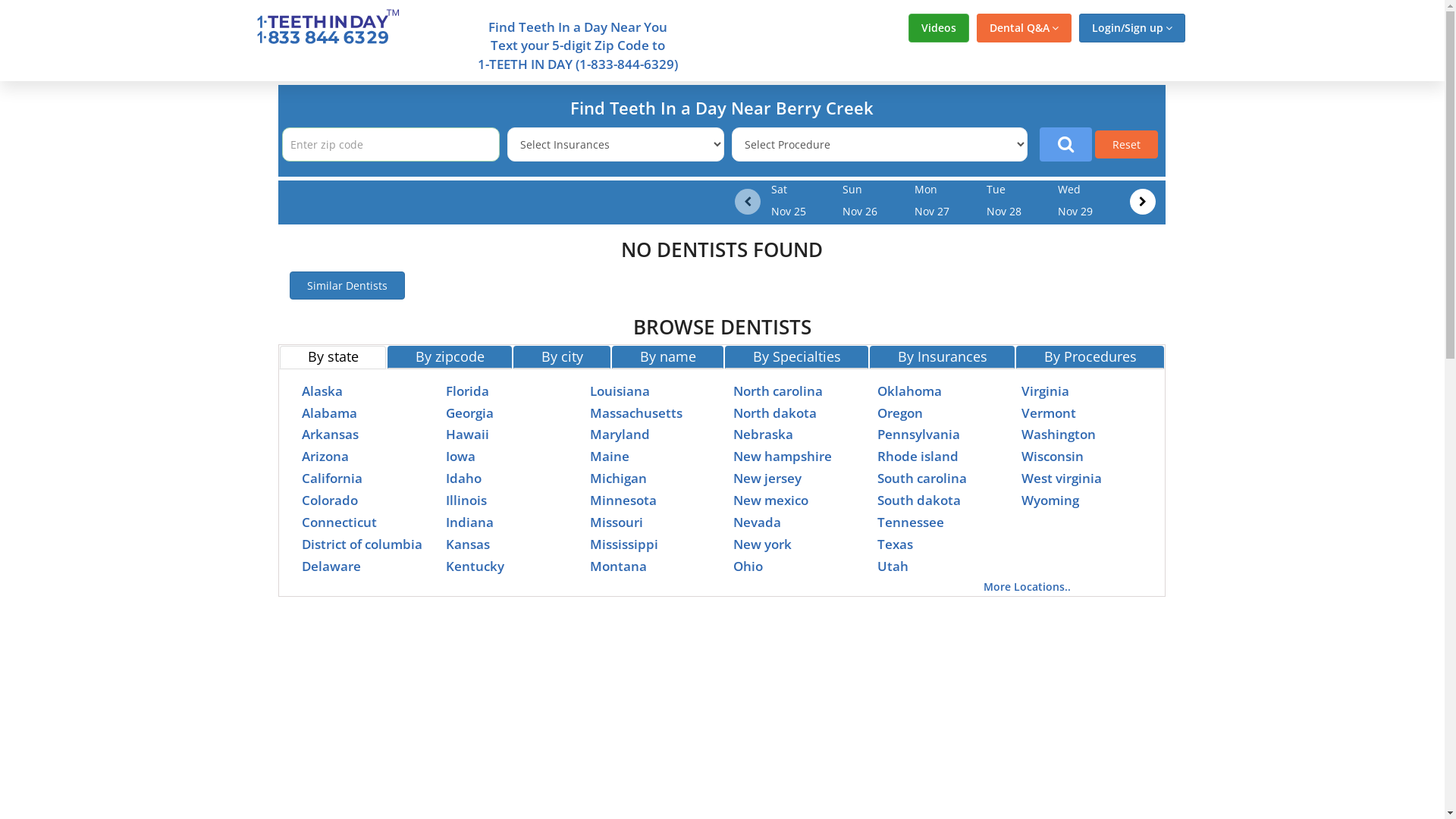  Describe the element at coordinates (733, 434) in the screenshot. I see `'Nebraska'` at that location.